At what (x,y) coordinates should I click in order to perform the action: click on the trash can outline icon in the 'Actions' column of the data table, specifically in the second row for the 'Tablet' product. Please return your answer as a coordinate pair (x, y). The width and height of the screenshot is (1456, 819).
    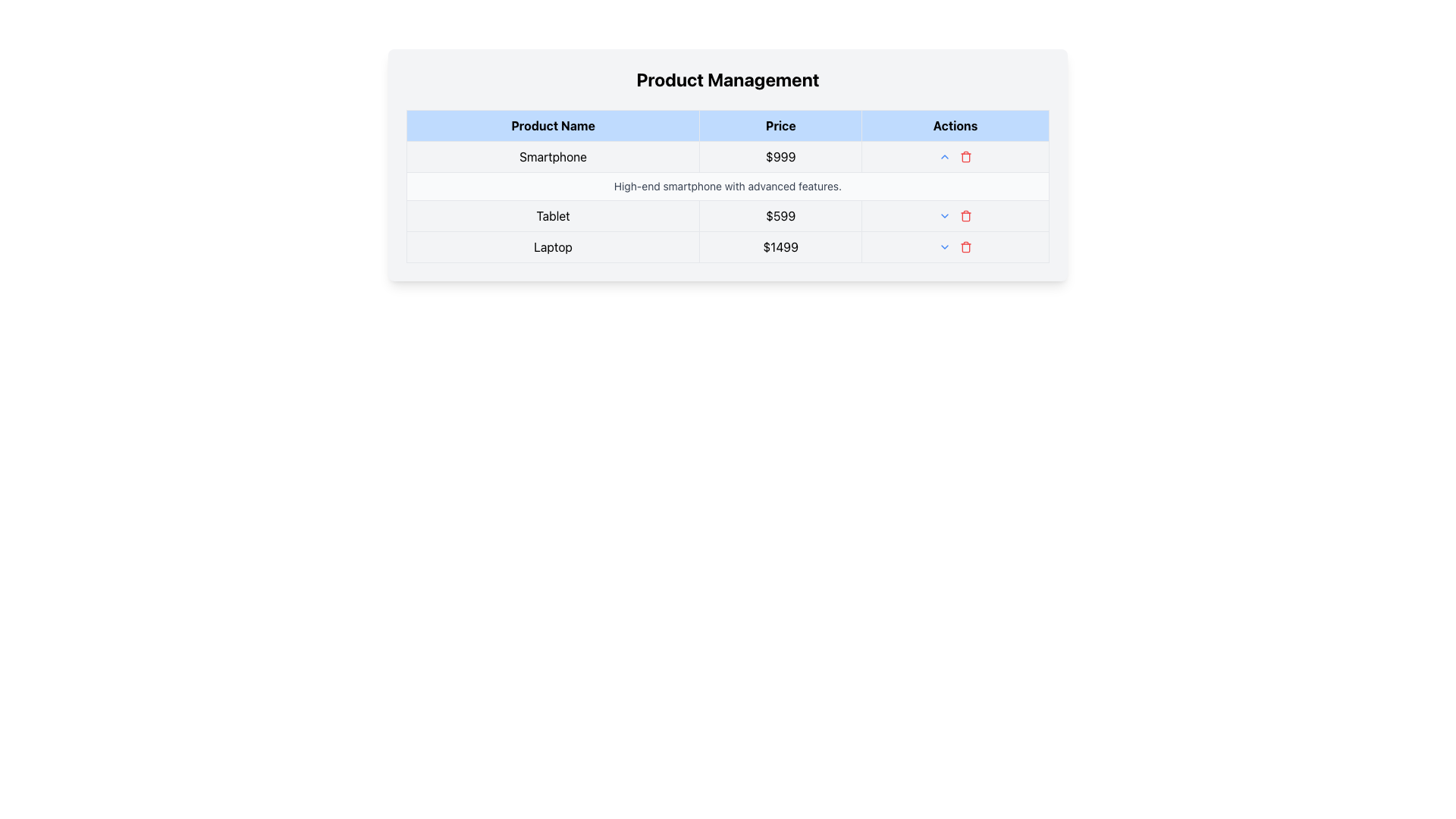
    Looking at the image, I should click on (965, 217).